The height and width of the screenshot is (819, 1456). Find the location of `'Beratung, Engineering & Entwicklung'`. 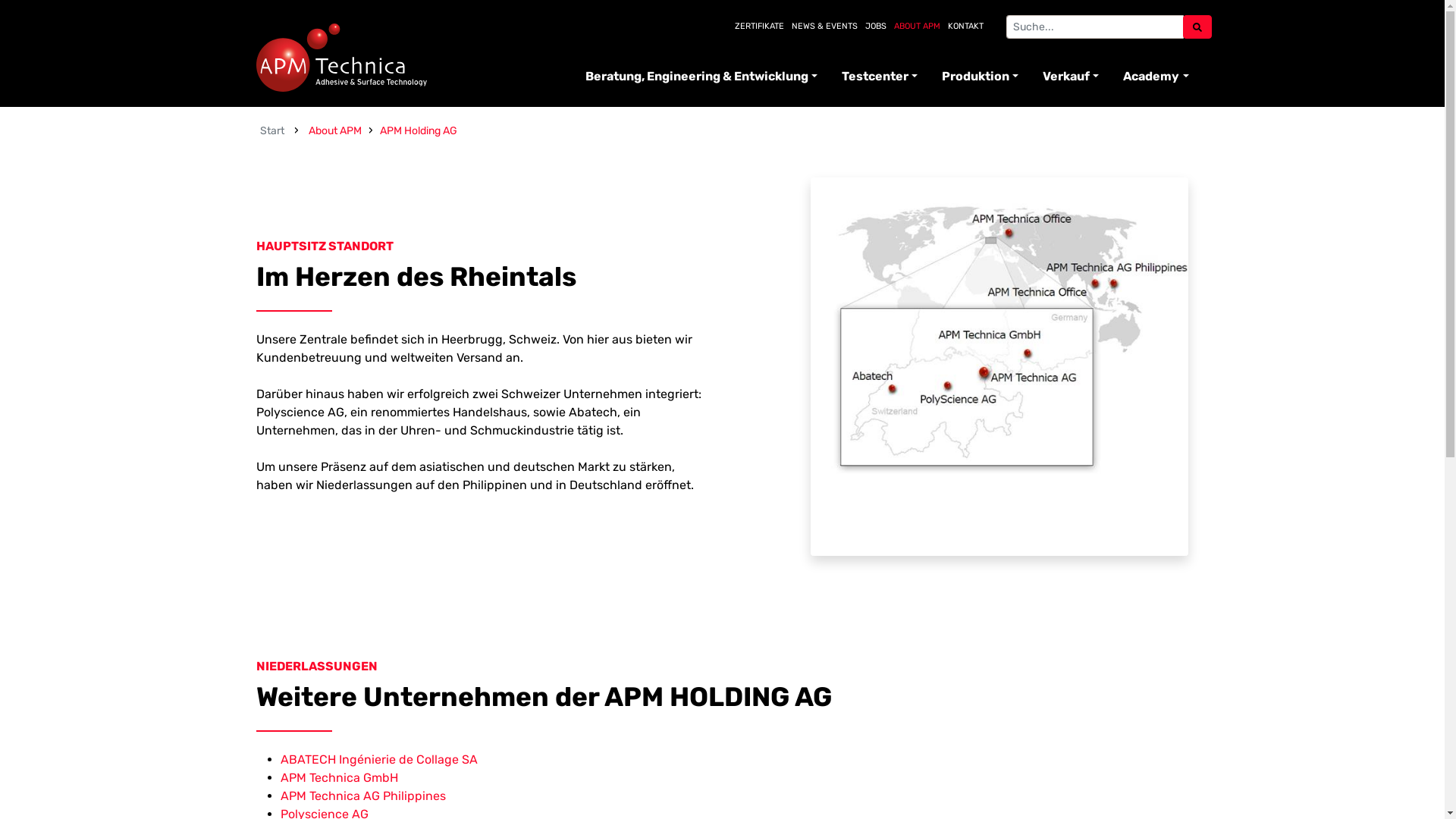

'Beratung, Engineering & Entwicklung' is located at coordinates (701, 76).